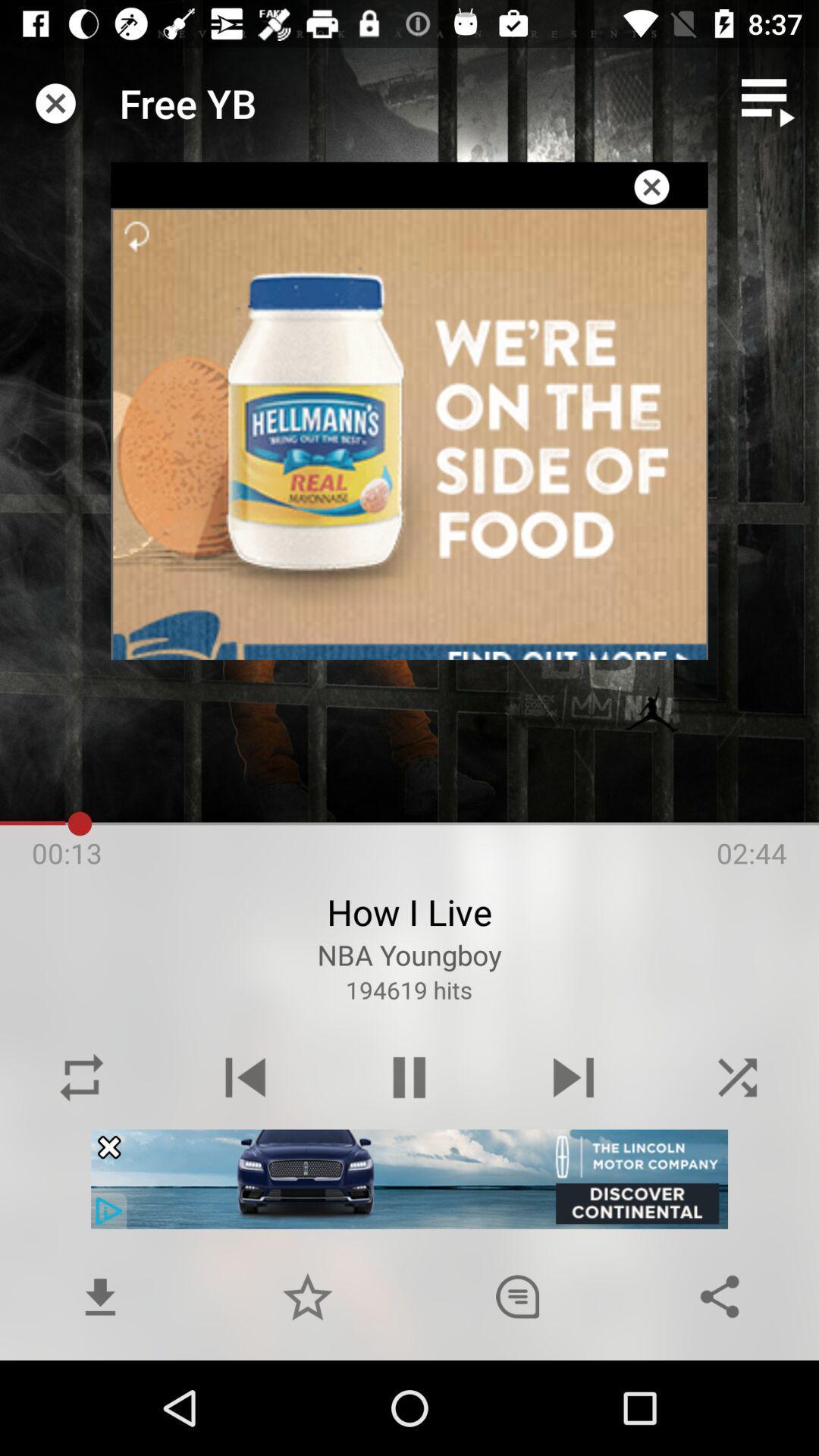 The height and width of the screenshot is (1456, 819). I want to click on the close icon, so click(736, 1077).